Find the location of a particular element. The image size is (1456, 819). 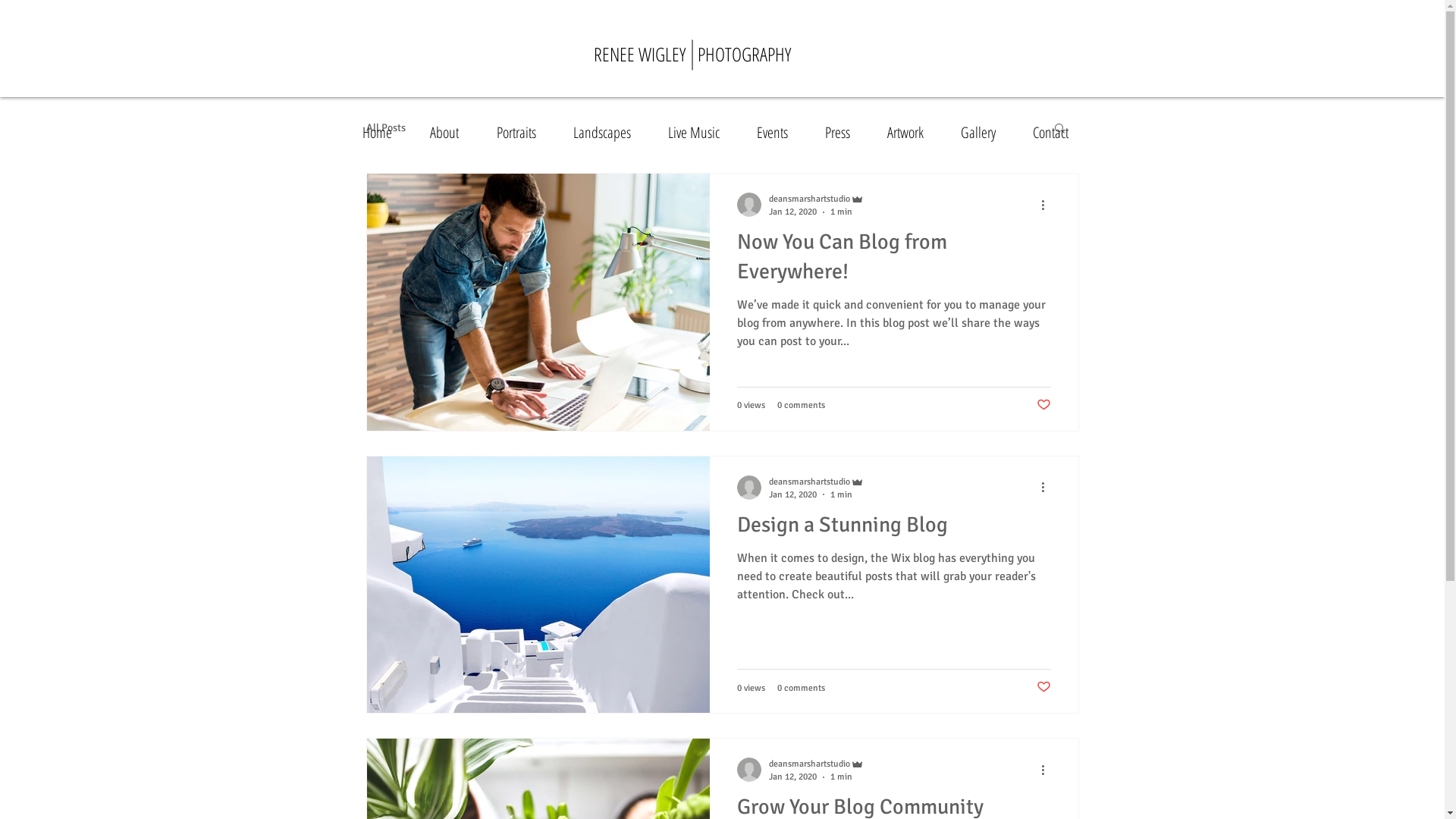

'Contact' is located at coordinates (1056, 131).